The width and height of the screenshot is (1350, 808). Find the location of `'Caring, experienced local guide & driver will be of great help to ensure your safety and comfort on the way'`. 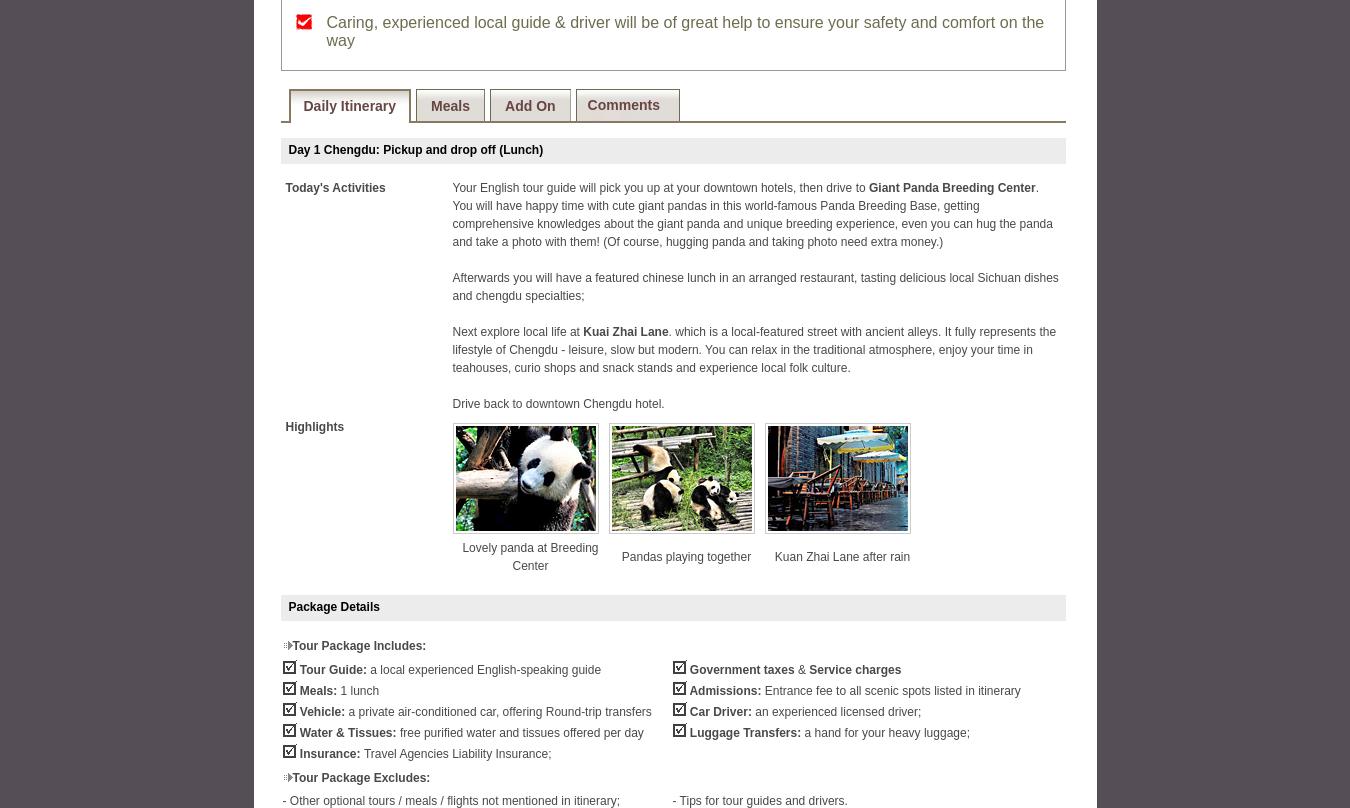

'Caring, experienced local guide & driver will be of great help to ensure your safety and comfort on the way' is located at coordinates (683, 31).